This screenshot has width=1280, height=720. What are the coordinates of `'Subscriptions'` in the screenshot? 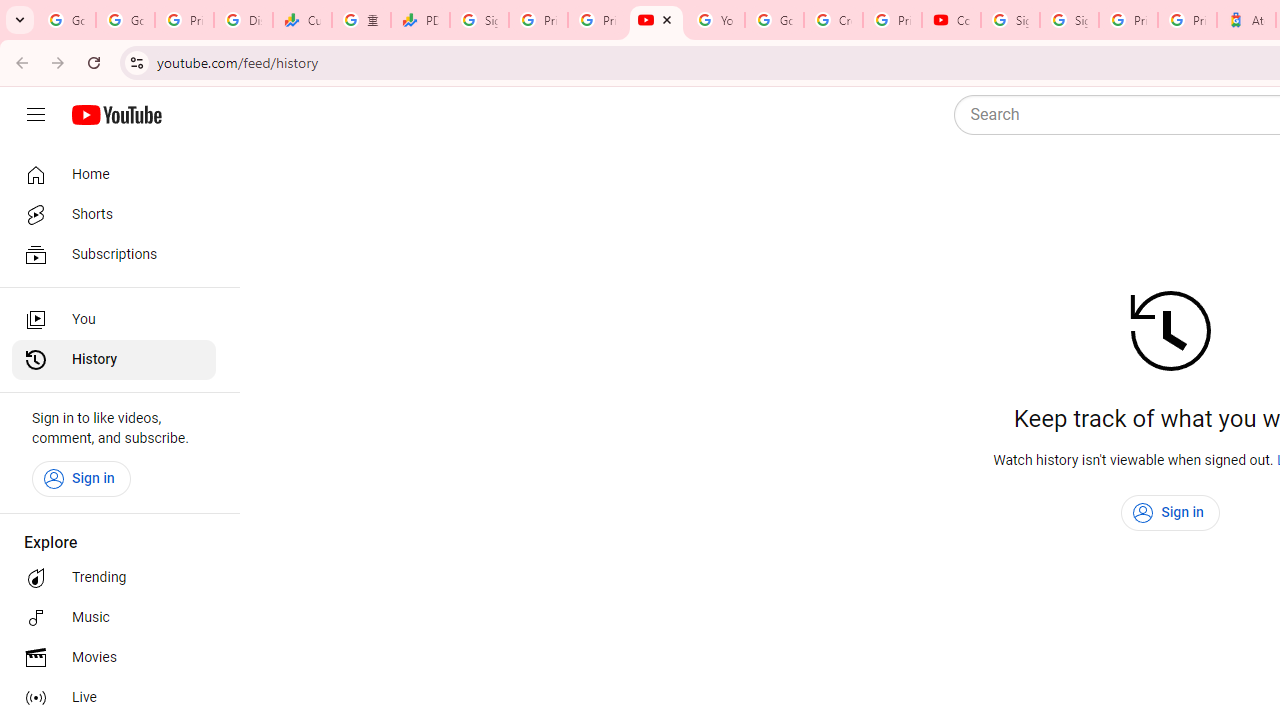 It's located at (112, 253).